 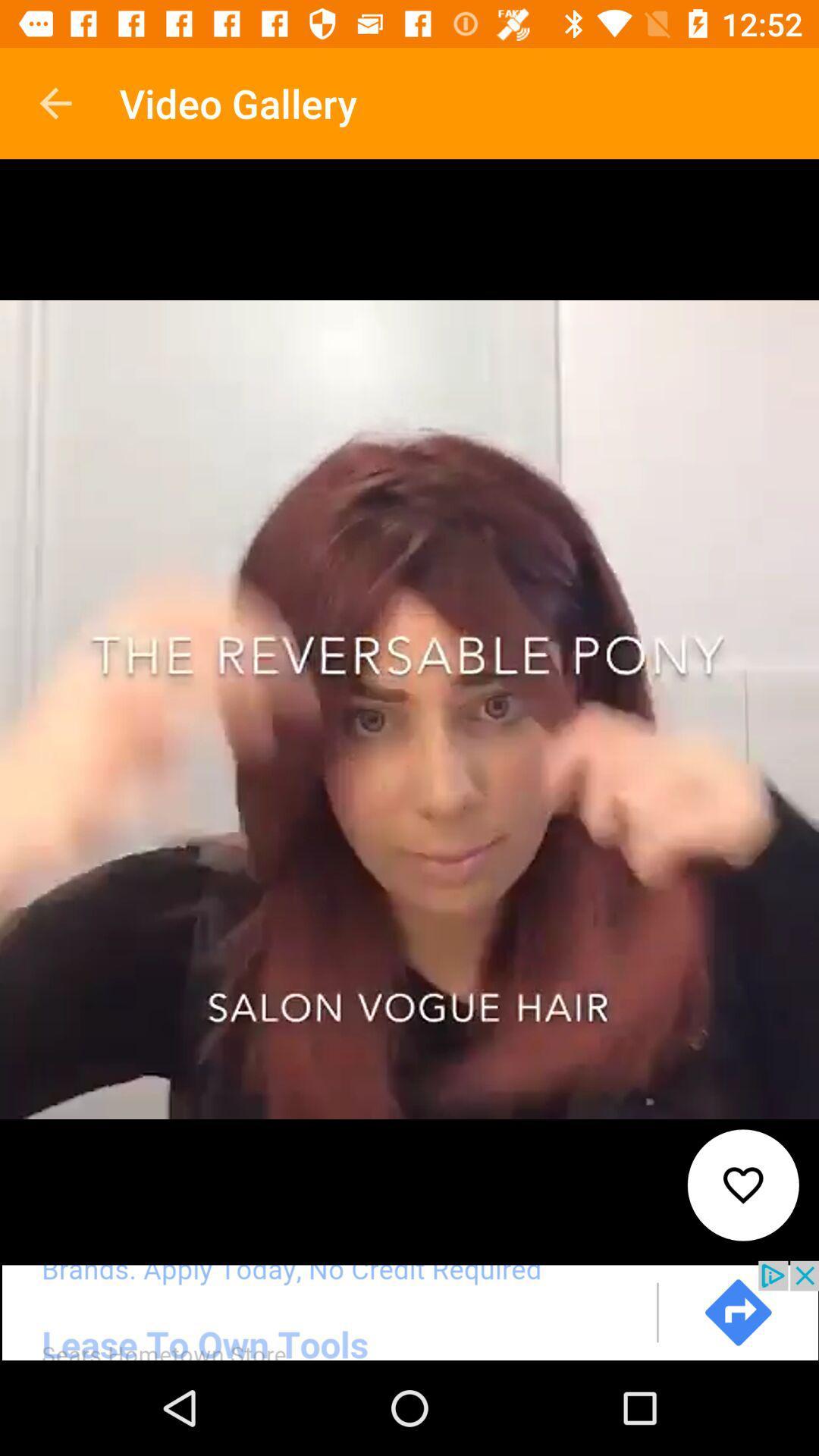 What do you see at coordinates (409, 1310) in the screenshot?
I see `saloon hair styling display` at bounding box center [409, 1310].